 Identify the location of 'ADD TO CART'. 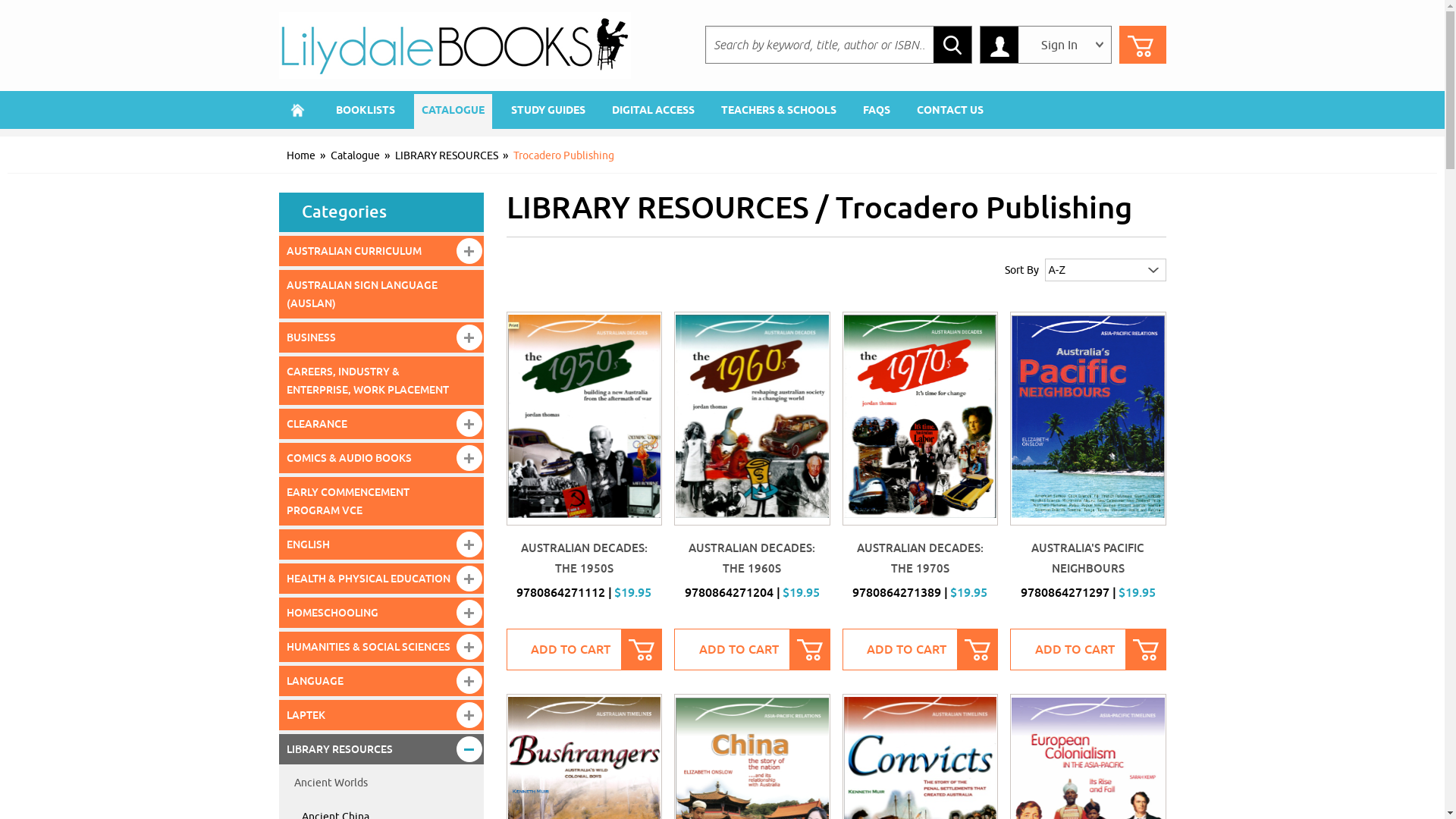
(752, 648).